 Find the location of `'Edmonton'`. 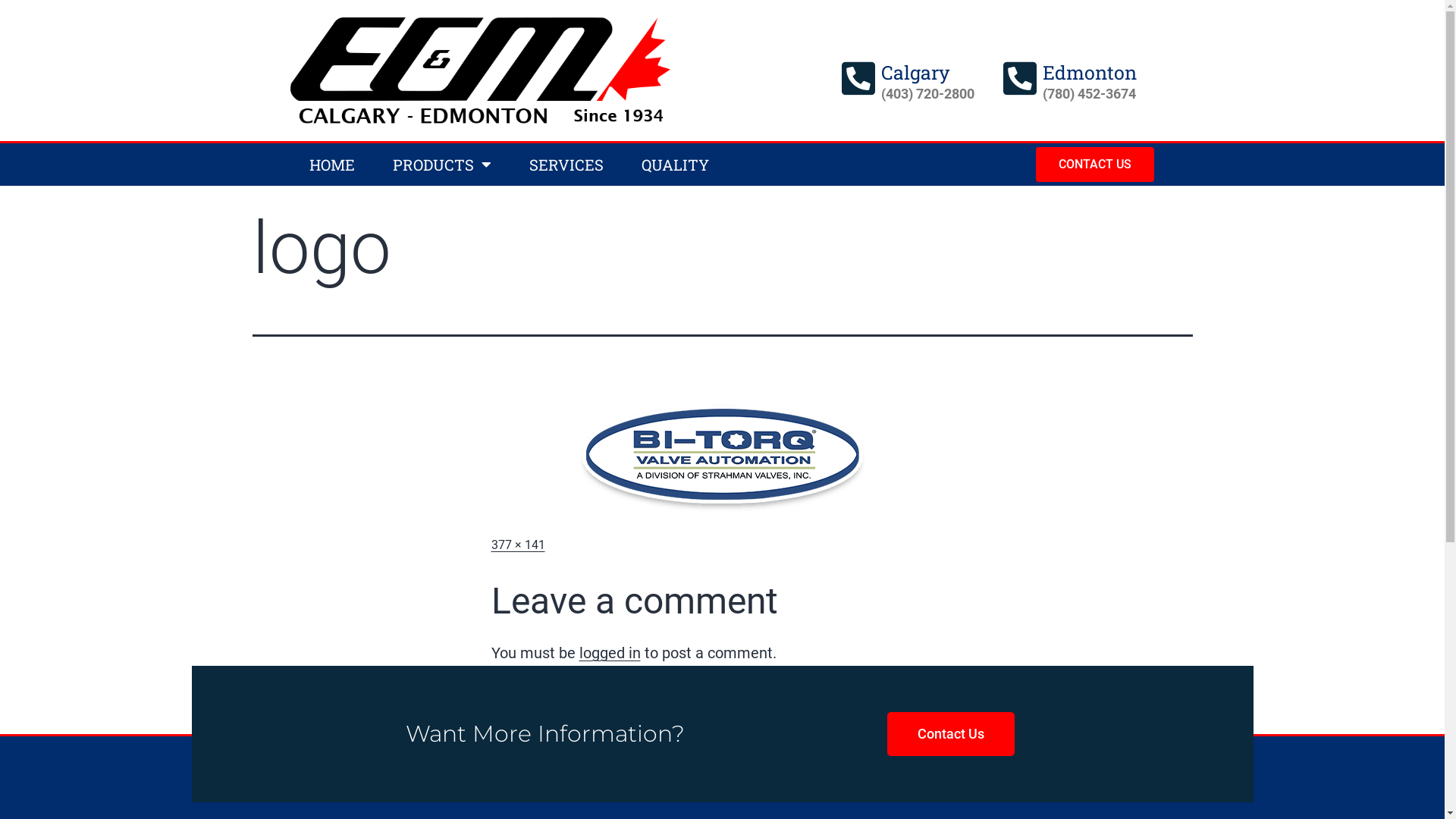

'Edmonton' is located at coordinates (1088, 72).